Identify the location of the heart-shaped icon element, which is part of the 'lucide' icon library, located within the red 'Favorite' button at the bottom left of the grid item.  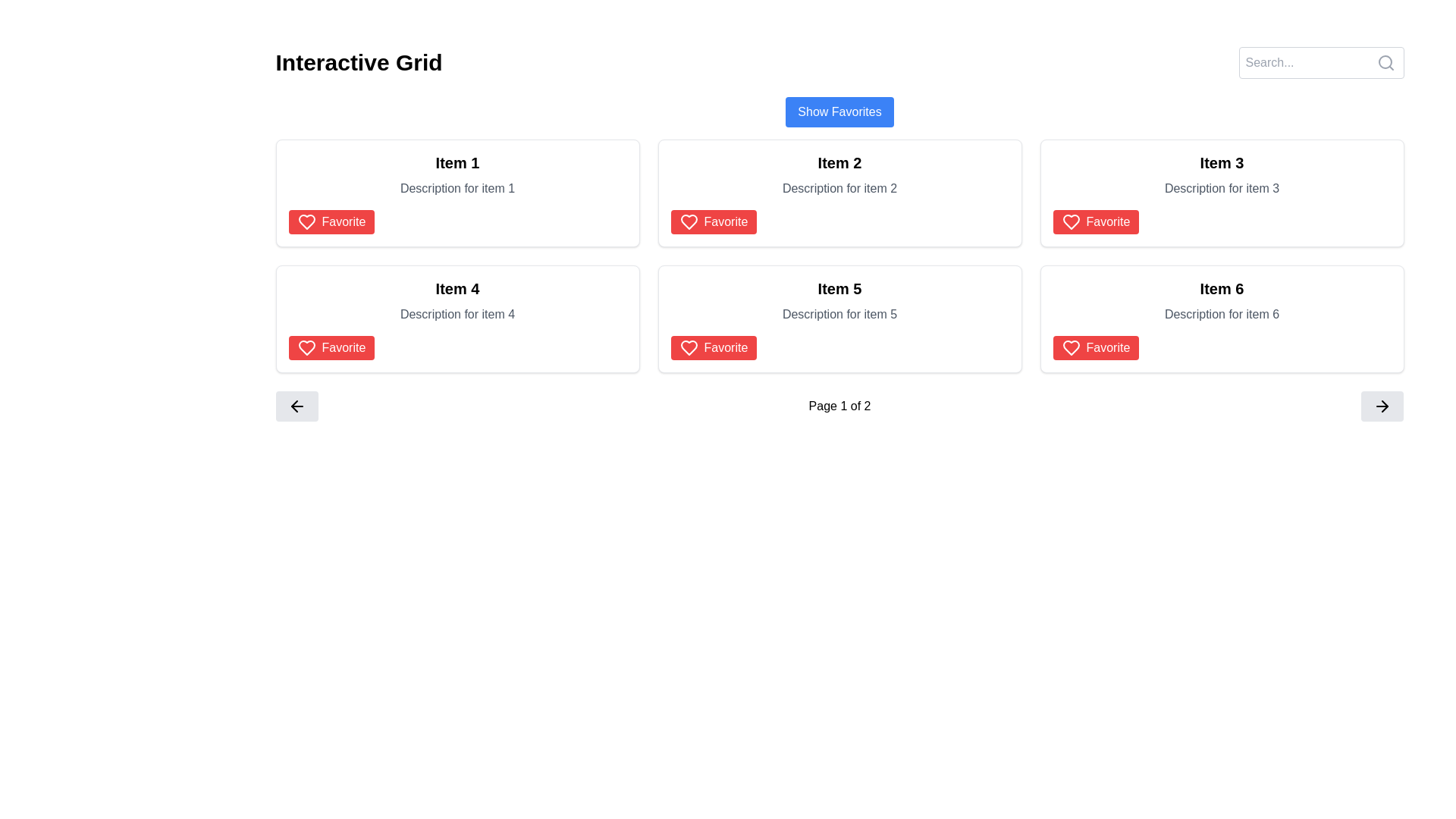
(688, 222).